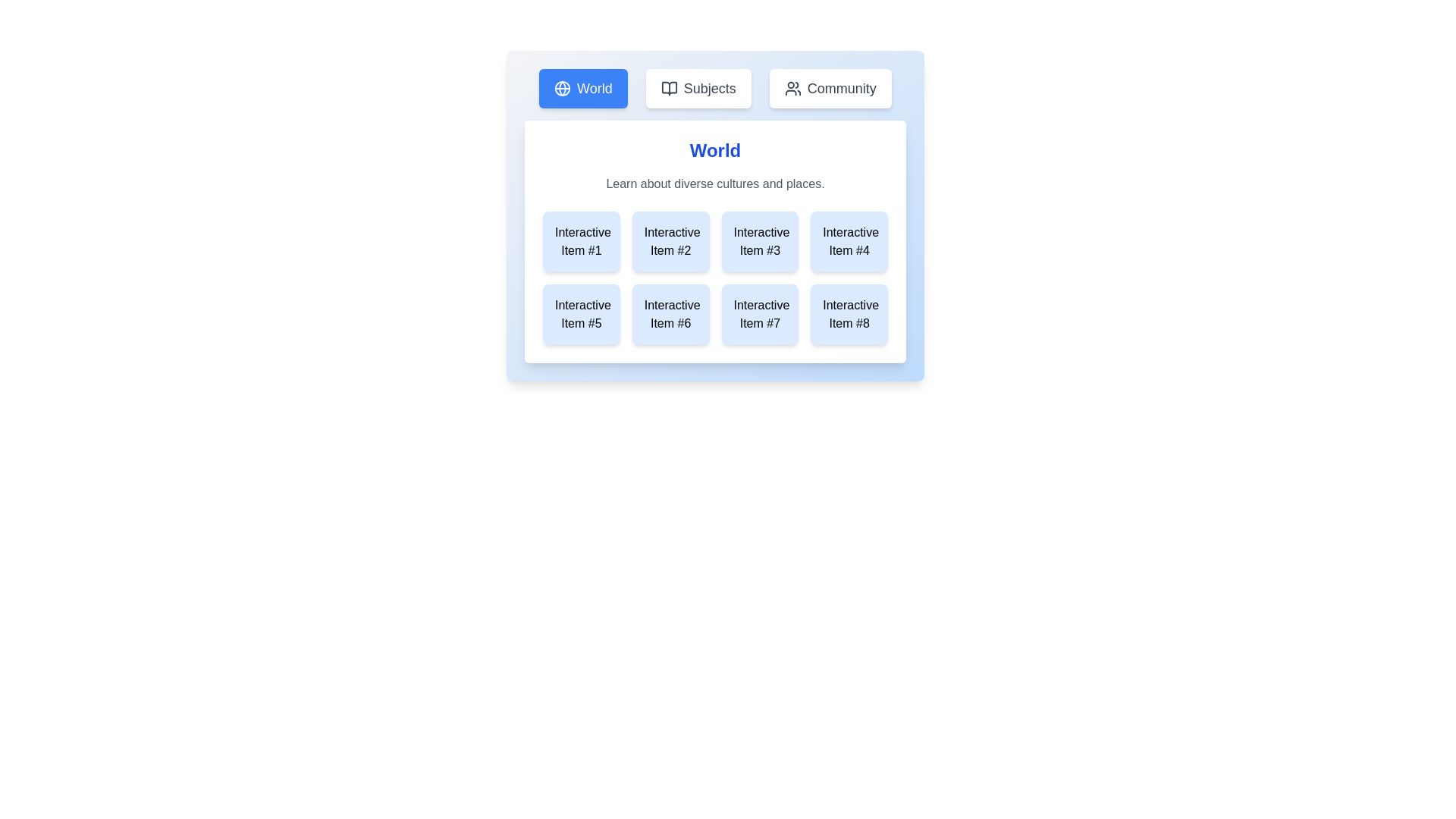 This screenshot has height=819, width=1456. Describe the element at coordinates (698, 88) in the screenshot. I see `the Subjects tab to switch views` at that location.